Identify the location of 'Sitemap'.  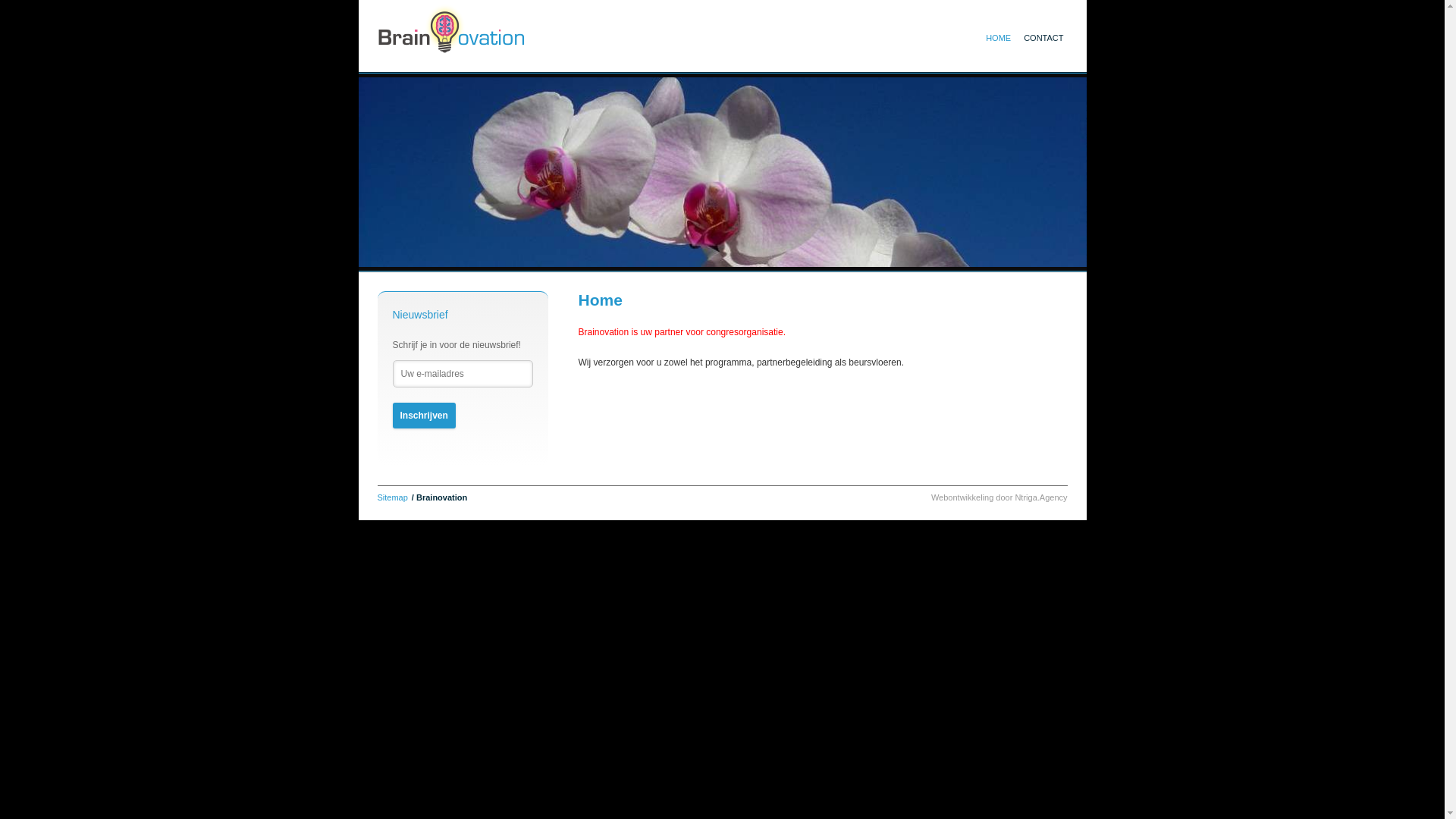
(393, 497).